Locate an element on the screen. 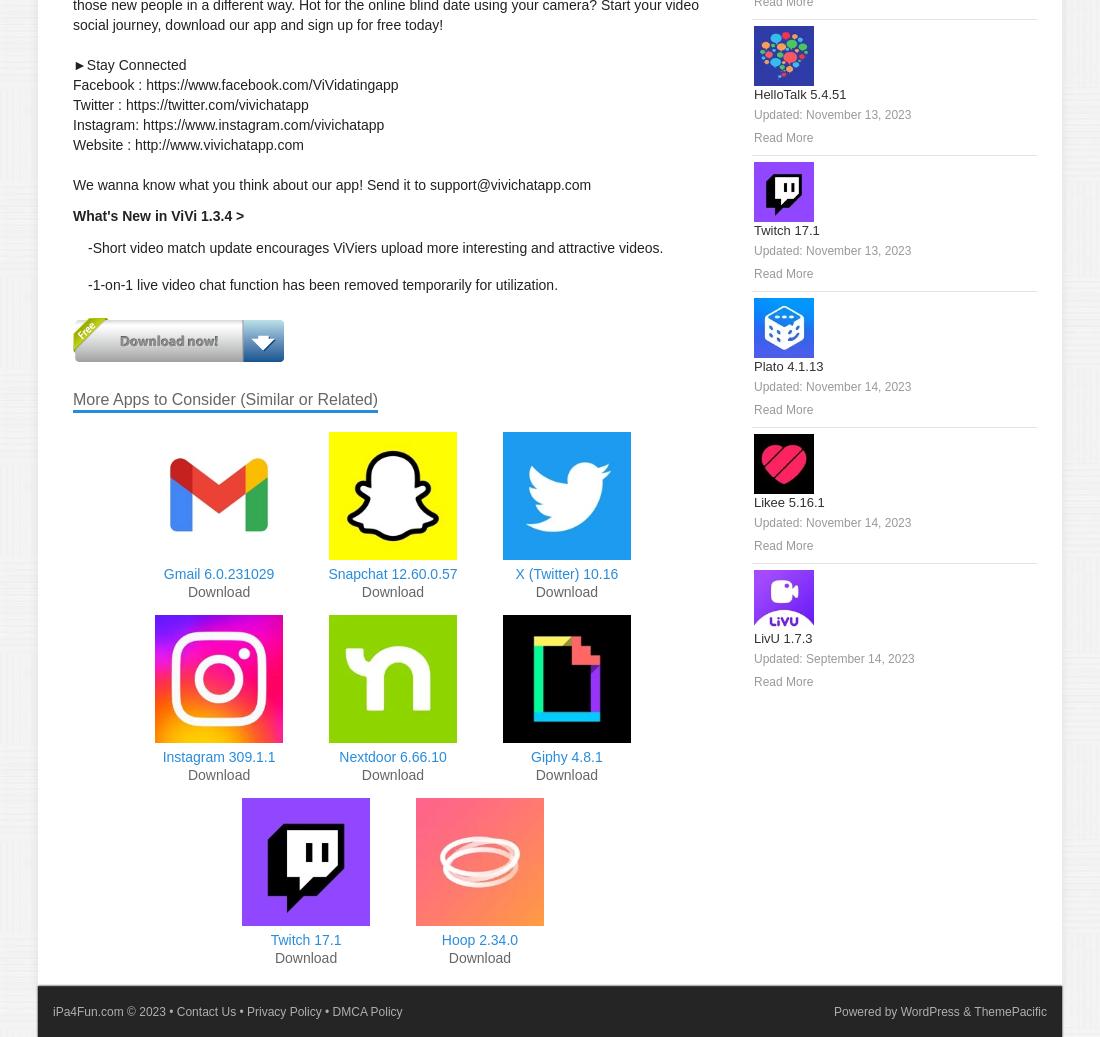 The width and height of the screenshot is (1100, 1037). 'Plato 4.1.13' is located at coordinates (753, 365).